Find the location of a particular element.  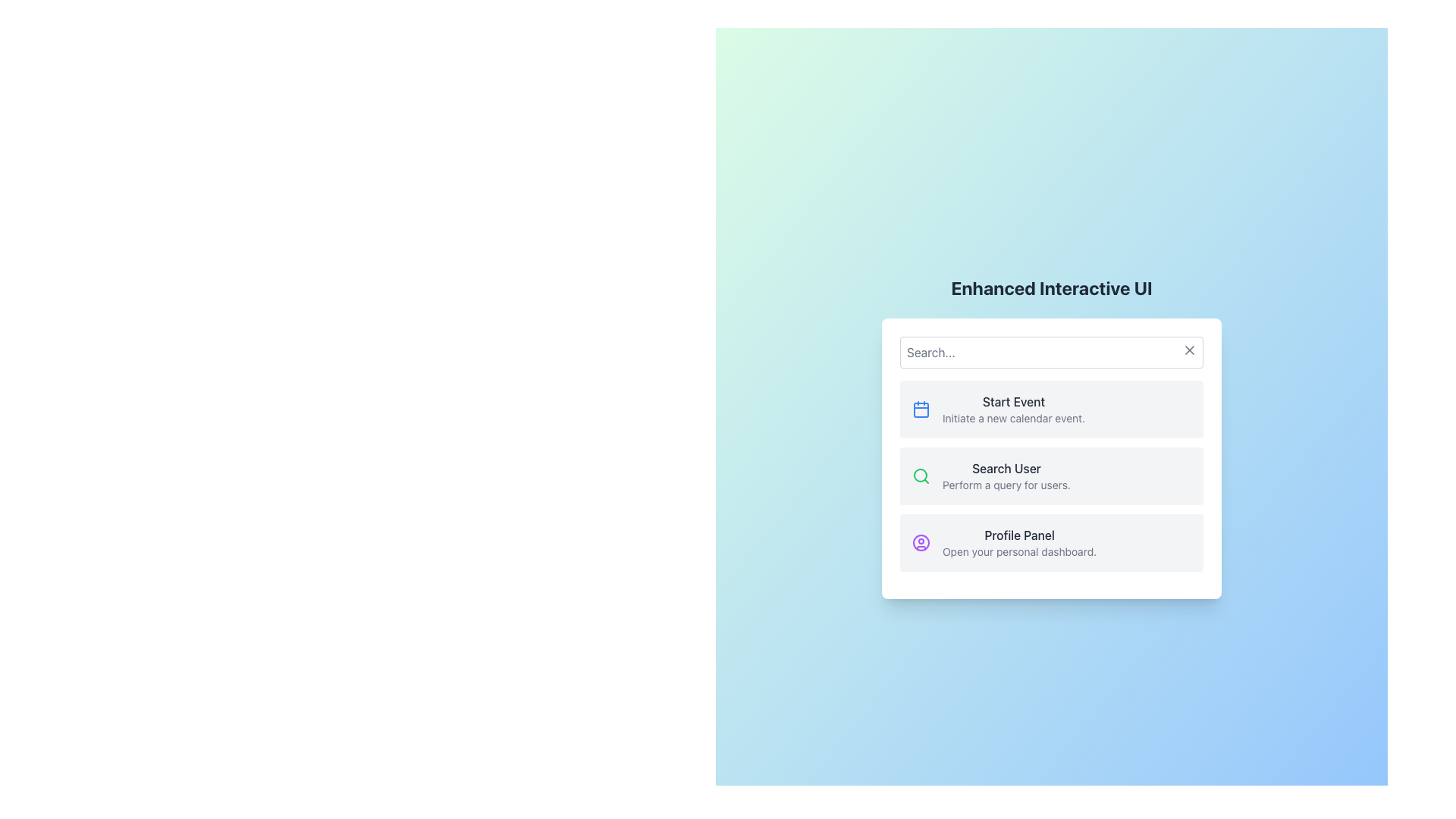

the second selectable menu item in the vertical list, which is positioned below 'Start Event' and above 'Profile Panel' is located at coordinates (1051, 475).